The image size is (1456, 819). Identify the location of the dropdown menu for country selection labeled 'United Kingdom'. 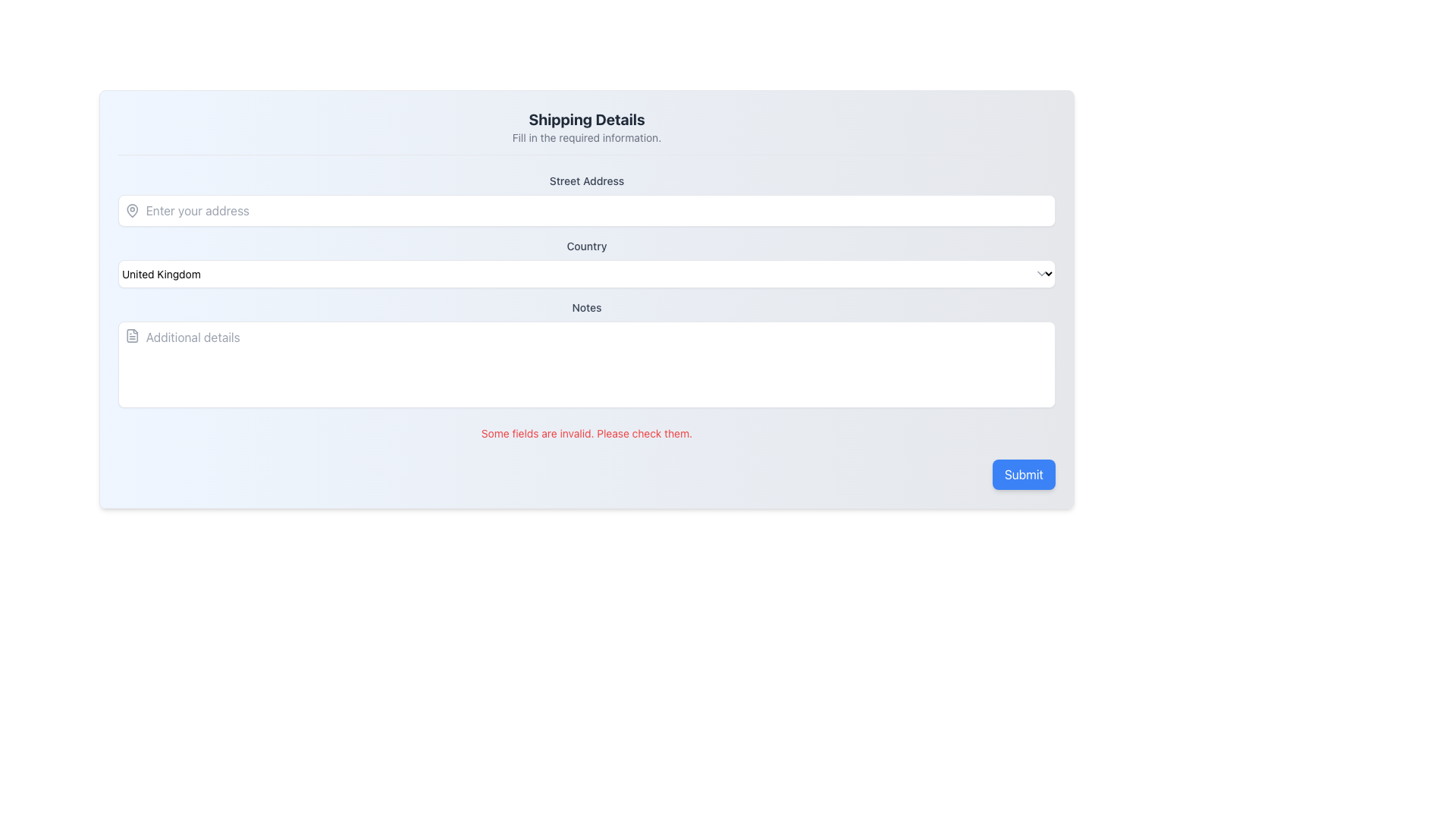
(585, 274).